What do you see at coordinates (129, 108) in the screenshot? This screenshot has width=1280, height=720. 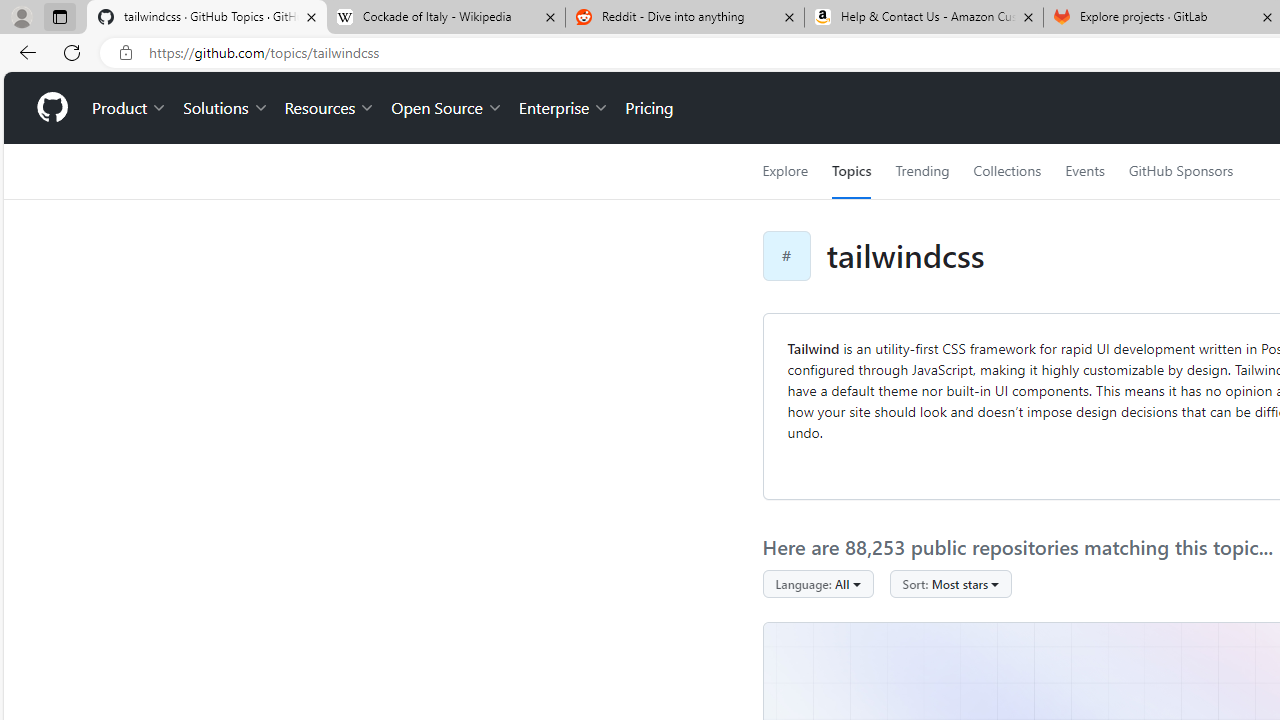 I see `'Product'` at bounding box center [129, 108].